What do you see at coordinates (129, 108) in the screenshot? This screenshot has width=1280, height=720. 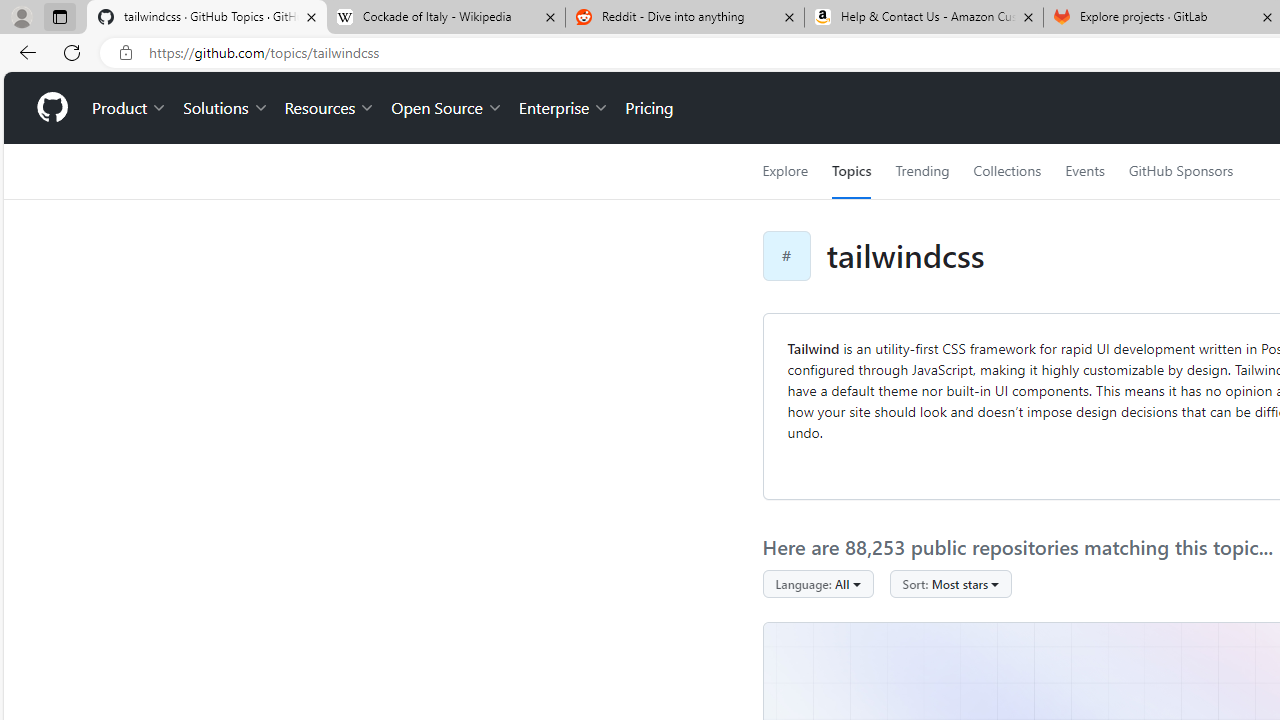 I see `'Product'` at bounding box center [129, 108].